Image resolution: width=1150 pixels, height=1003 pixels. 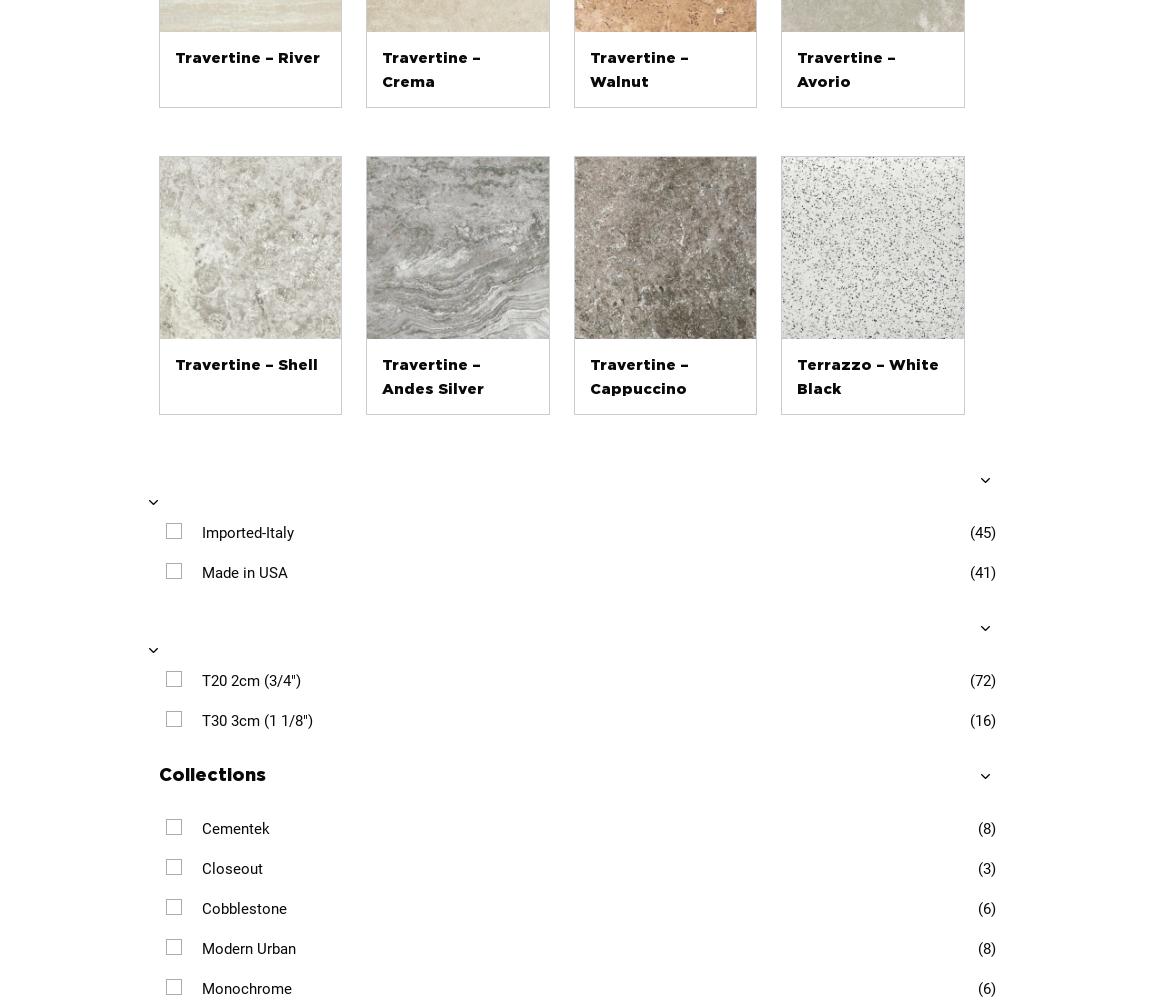 I want to click on 'Travertine – River', so click(x=245, y=58).